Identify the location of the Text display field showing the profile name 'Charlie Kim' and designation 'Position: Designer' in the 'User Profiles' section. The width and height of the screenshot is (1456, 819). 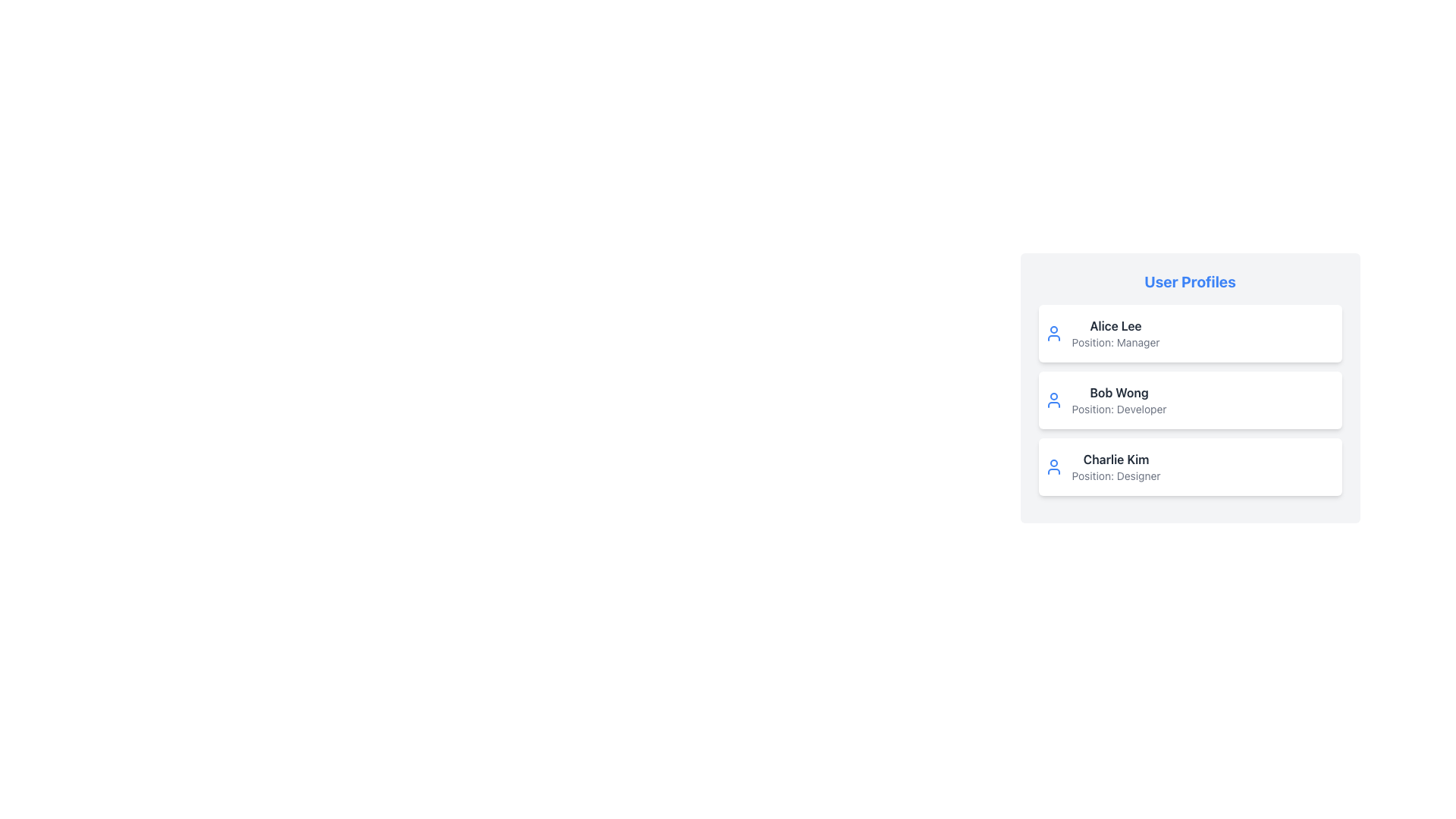
(1116, 466).